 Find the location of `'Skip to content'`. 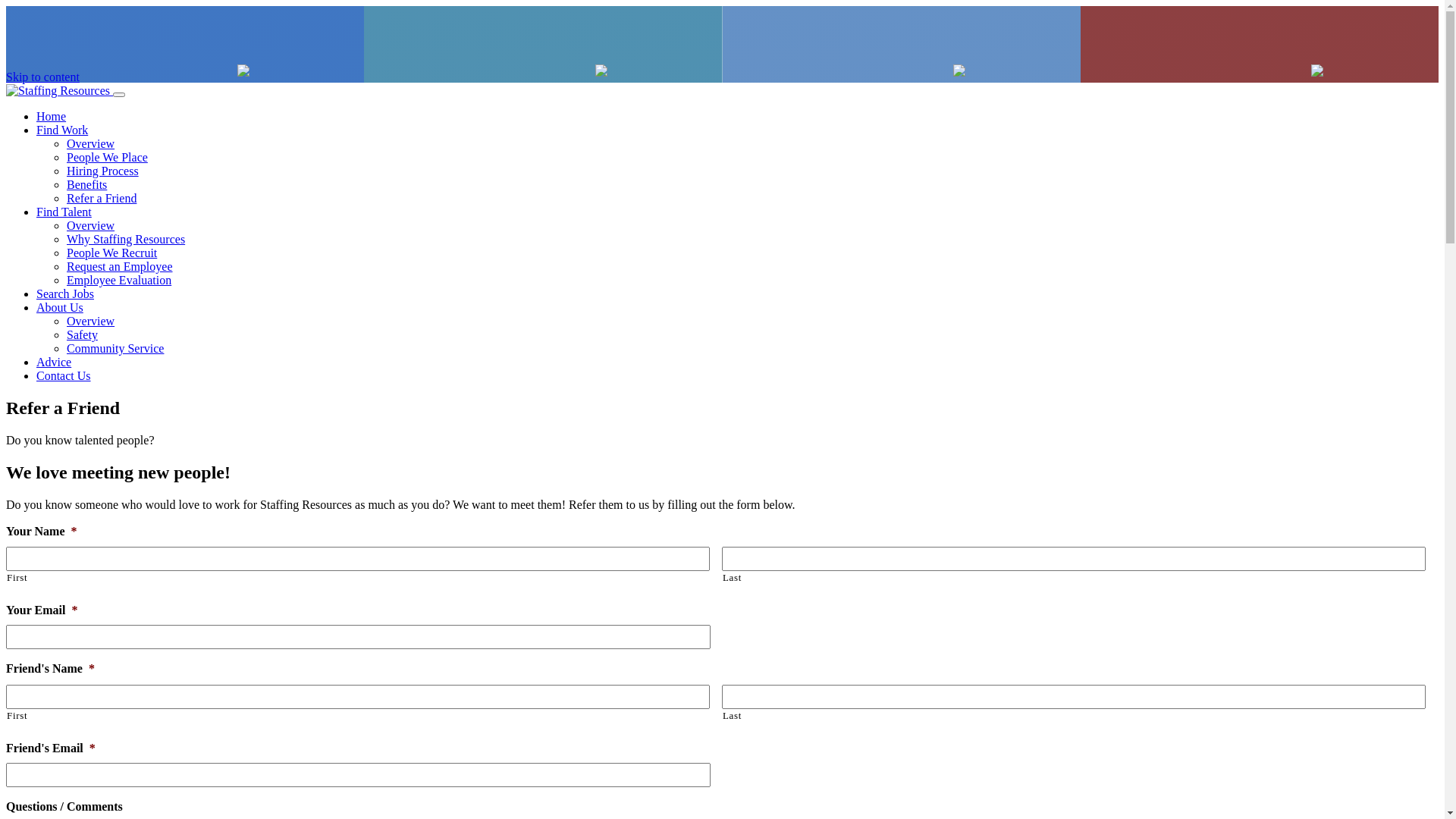

'Skip to content' is located at coordinates (42, 77).